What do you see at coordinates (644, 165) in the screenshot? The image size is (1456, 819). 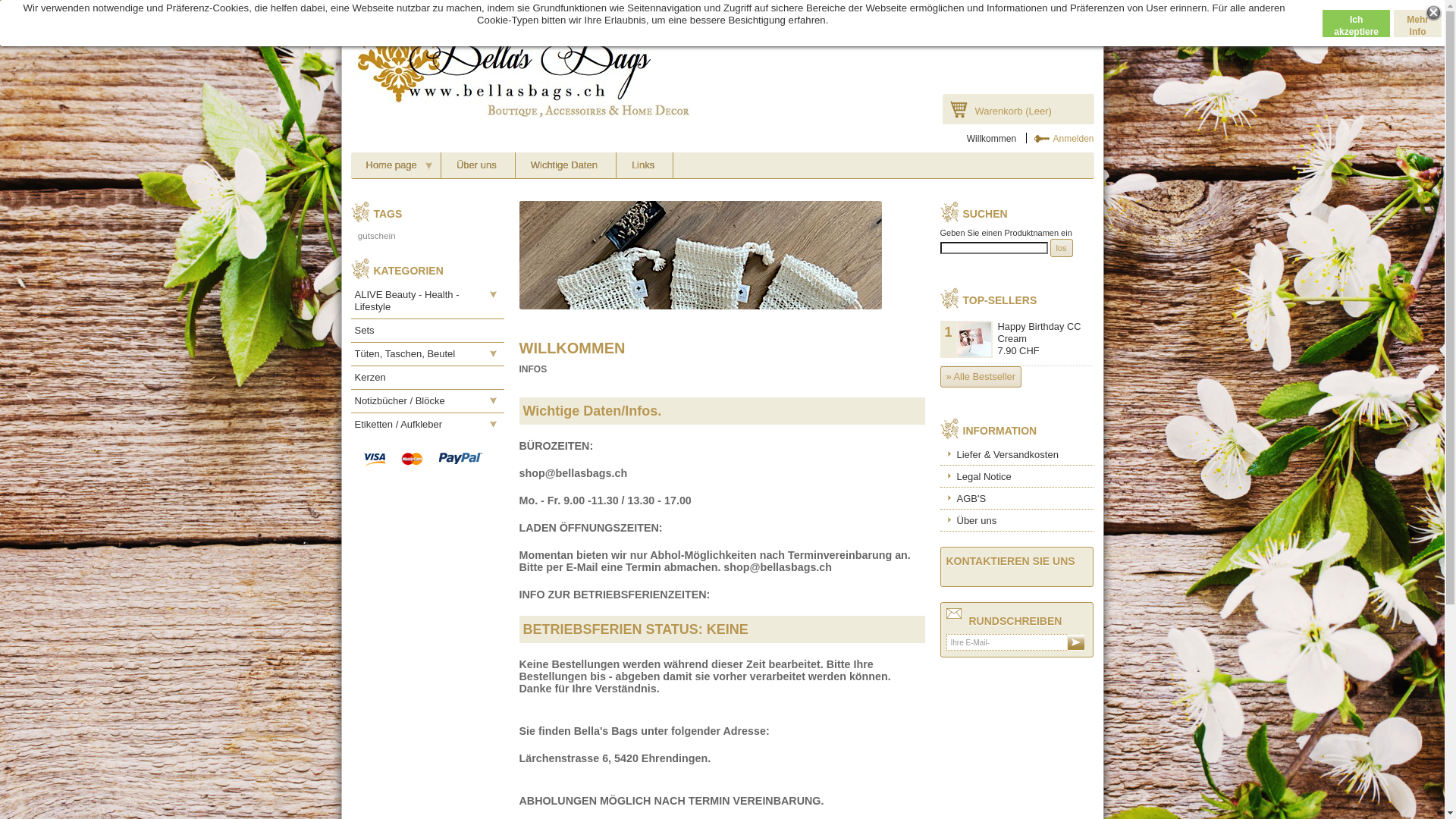 I see `'Links'` at bounding box center [644, 165].